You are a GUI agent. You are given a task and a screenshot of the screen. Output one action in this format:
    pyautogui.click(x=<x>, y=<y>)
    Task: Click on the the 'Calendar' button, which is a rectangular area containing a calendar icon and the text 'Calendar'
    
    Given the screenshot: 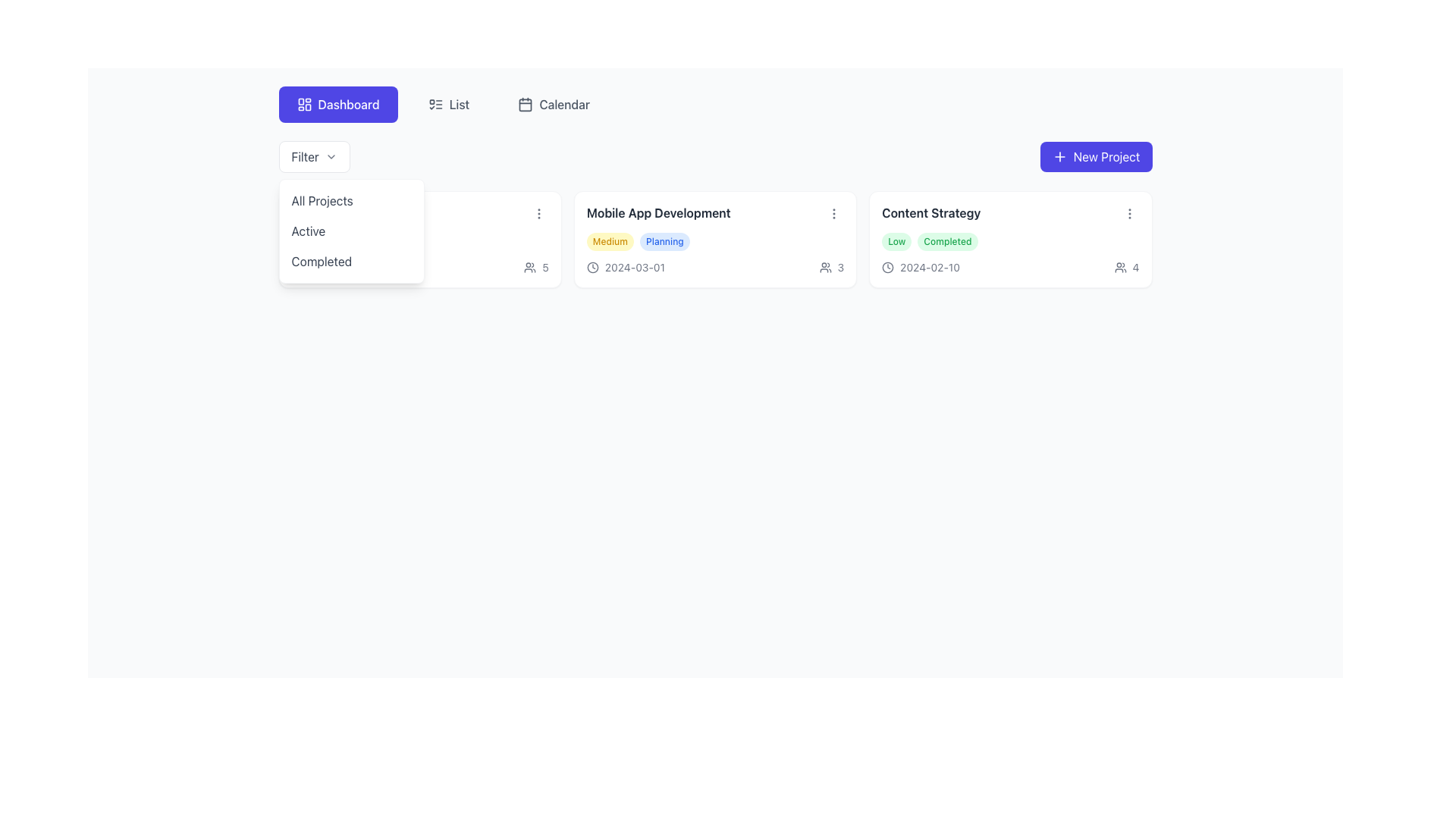 What is the action you would take?
    pyautogui.click(x=553, y=104)
    